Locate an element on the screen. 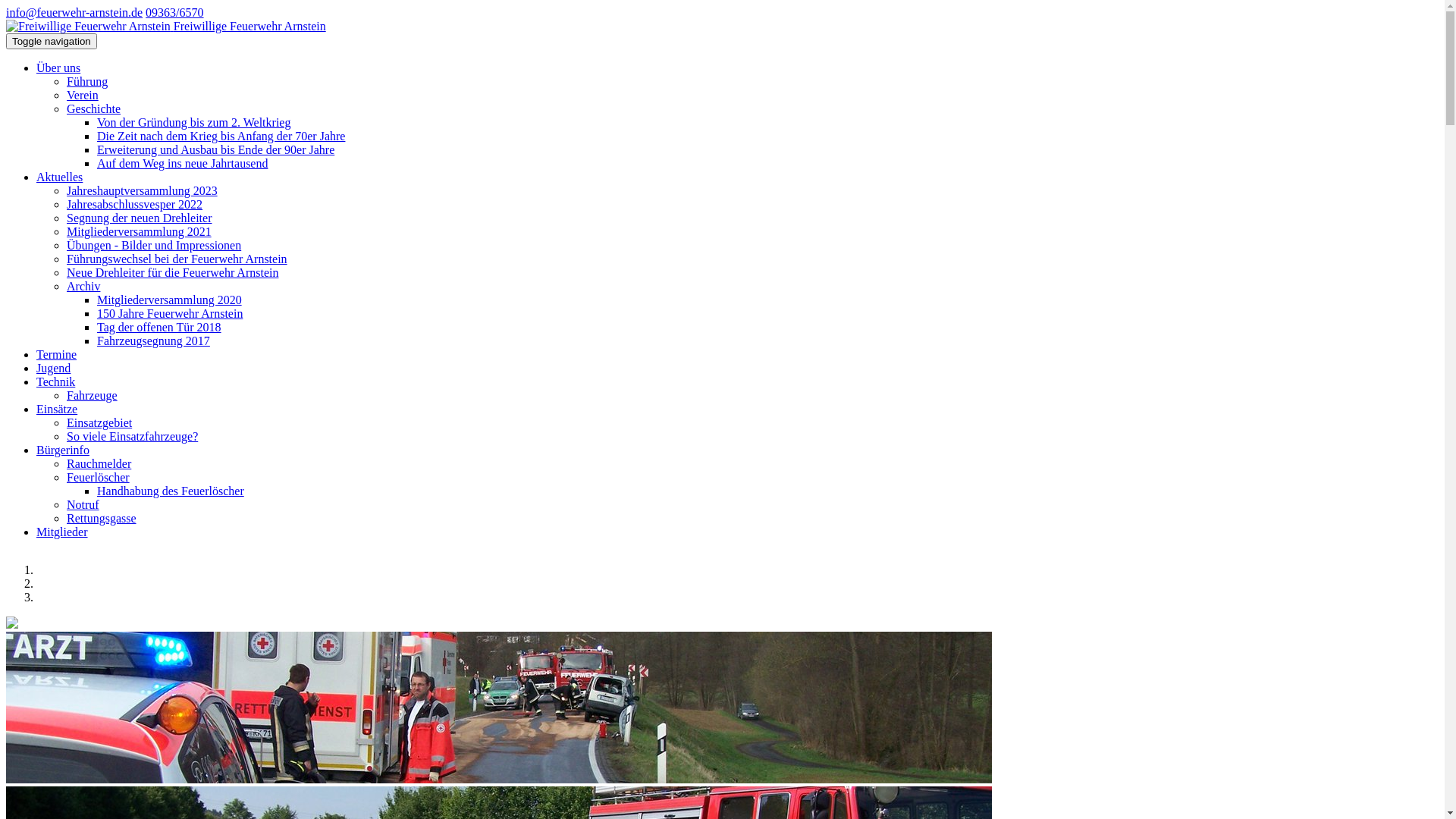  'Rauchmelder' is located at coordinates (98, 463).